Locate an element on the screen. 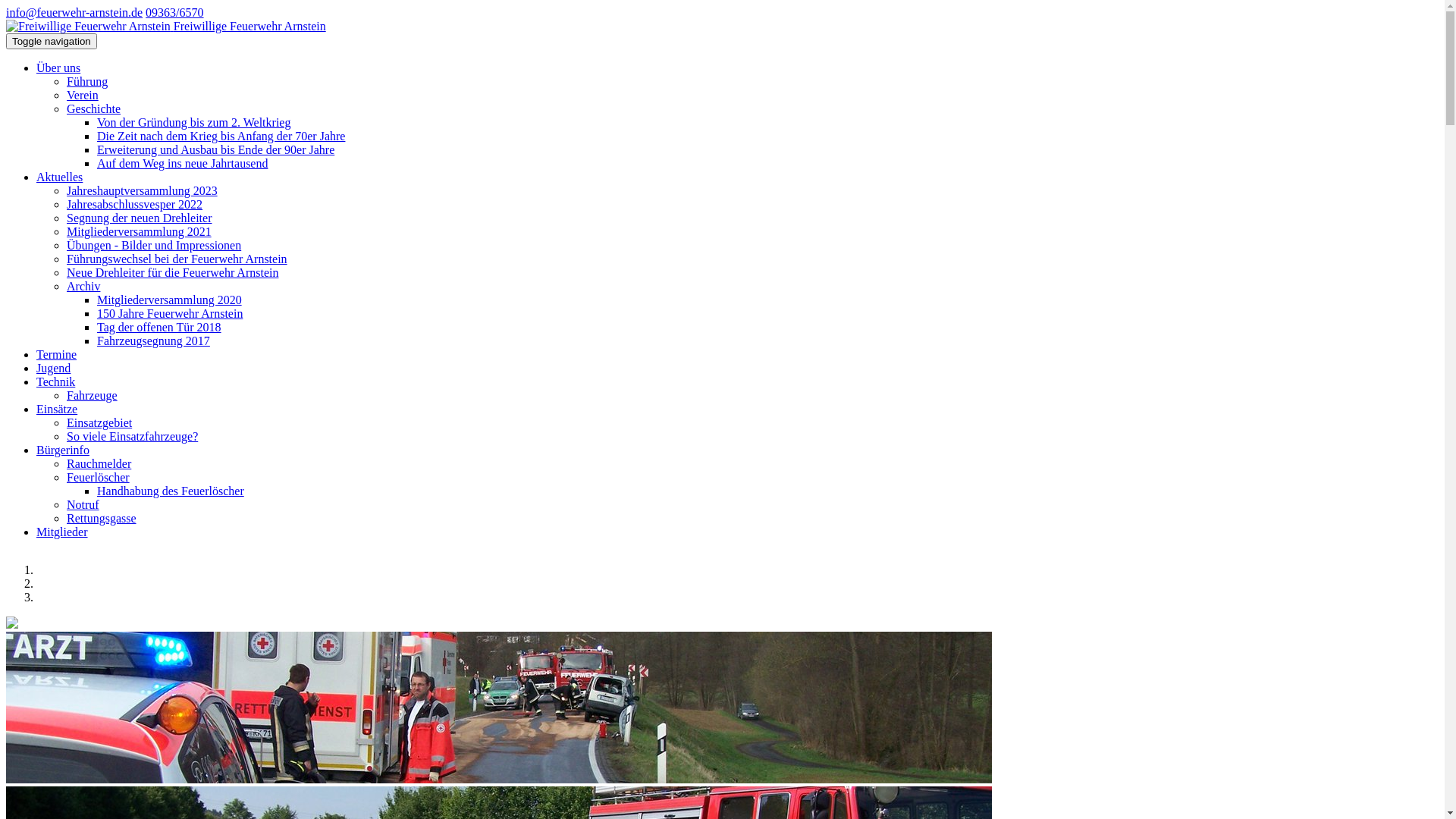  'Rauchmelder' is located at coordinates (98, 463).